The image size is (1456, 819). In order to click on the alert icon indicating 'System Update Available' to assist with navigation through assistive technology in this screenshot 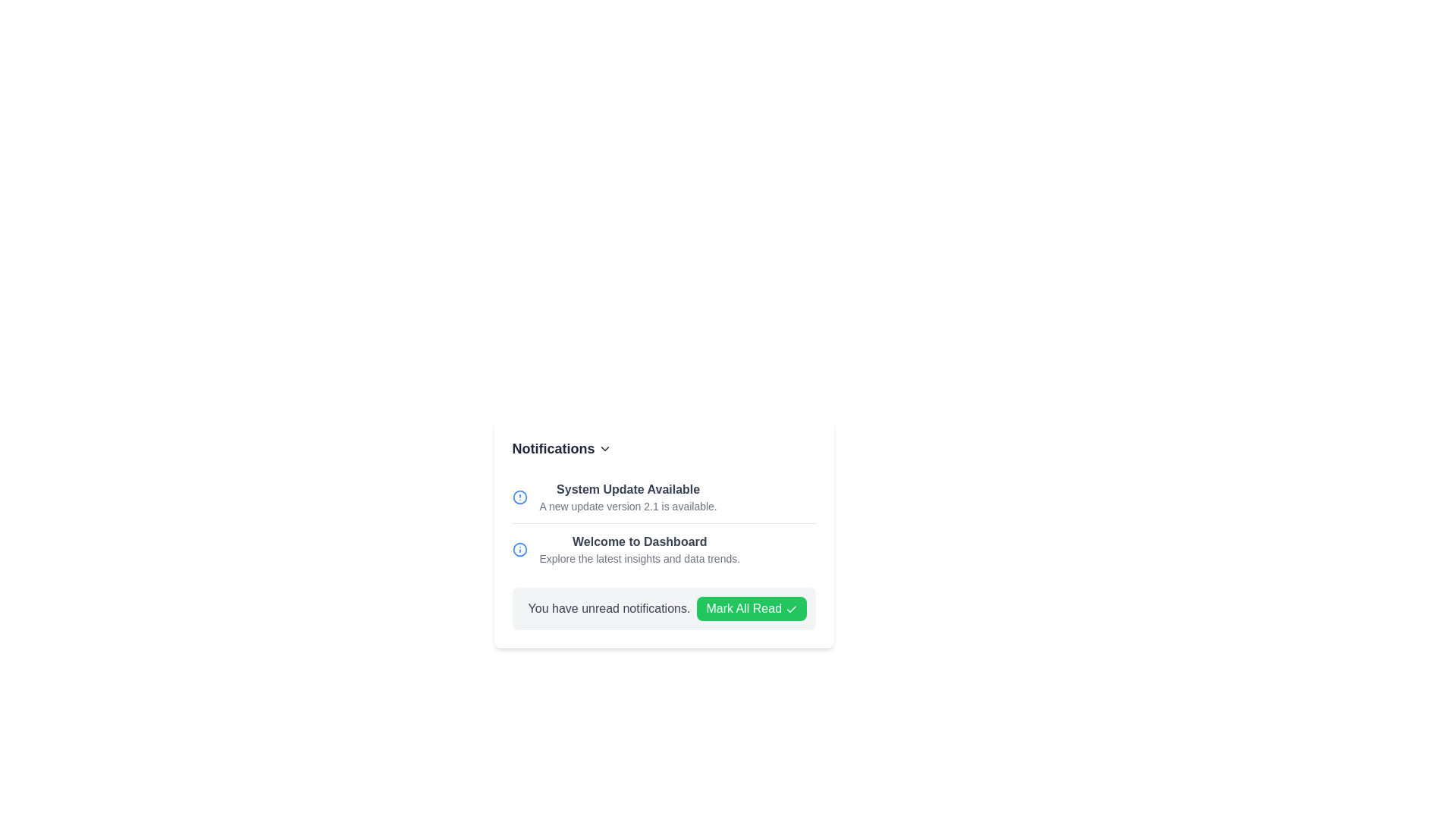, I will do `click(519, 497)`.